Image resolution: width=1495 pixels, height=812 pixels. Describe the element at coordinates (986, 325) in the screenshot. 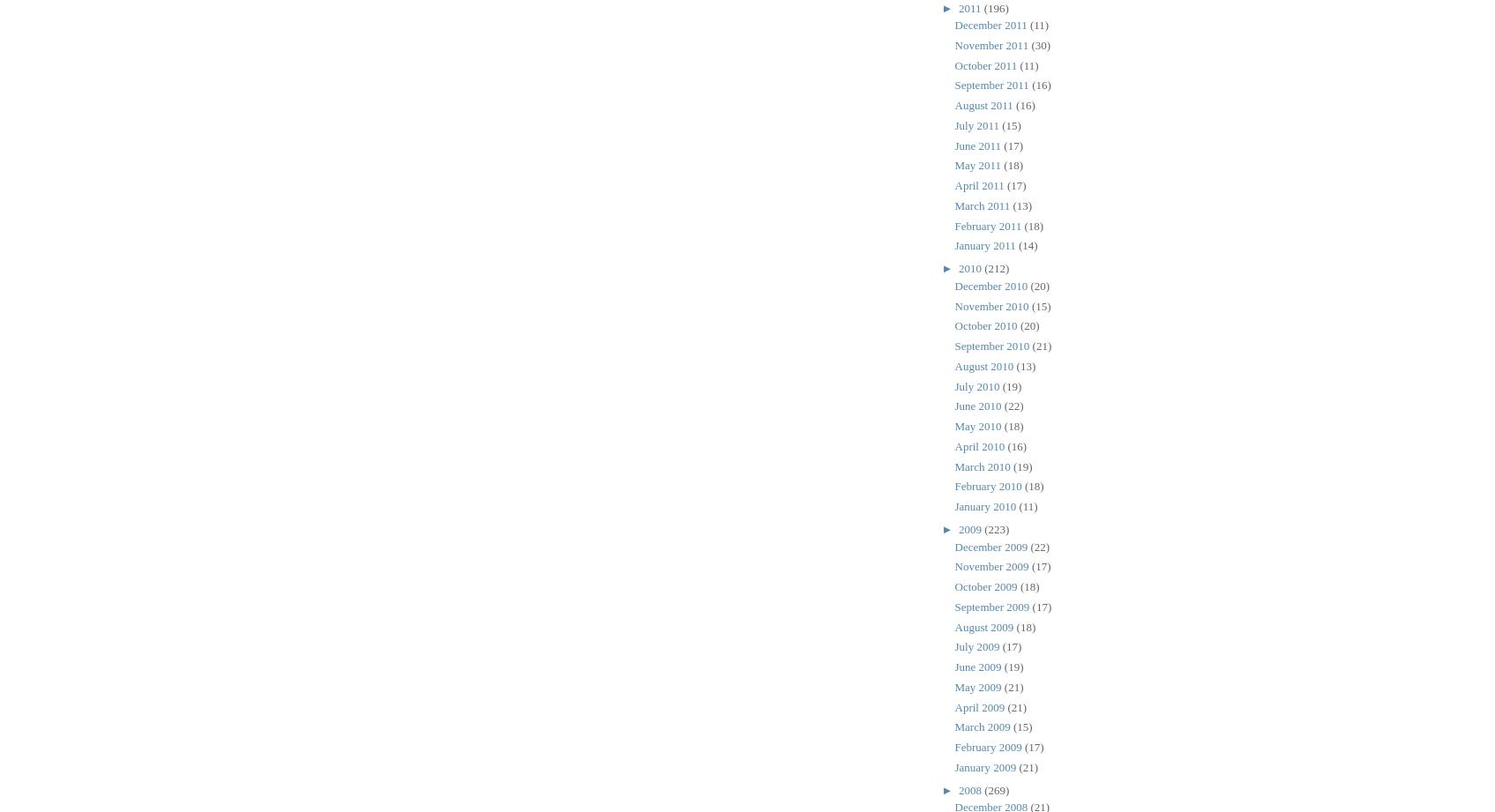

I see `'October 2010'` at that location.